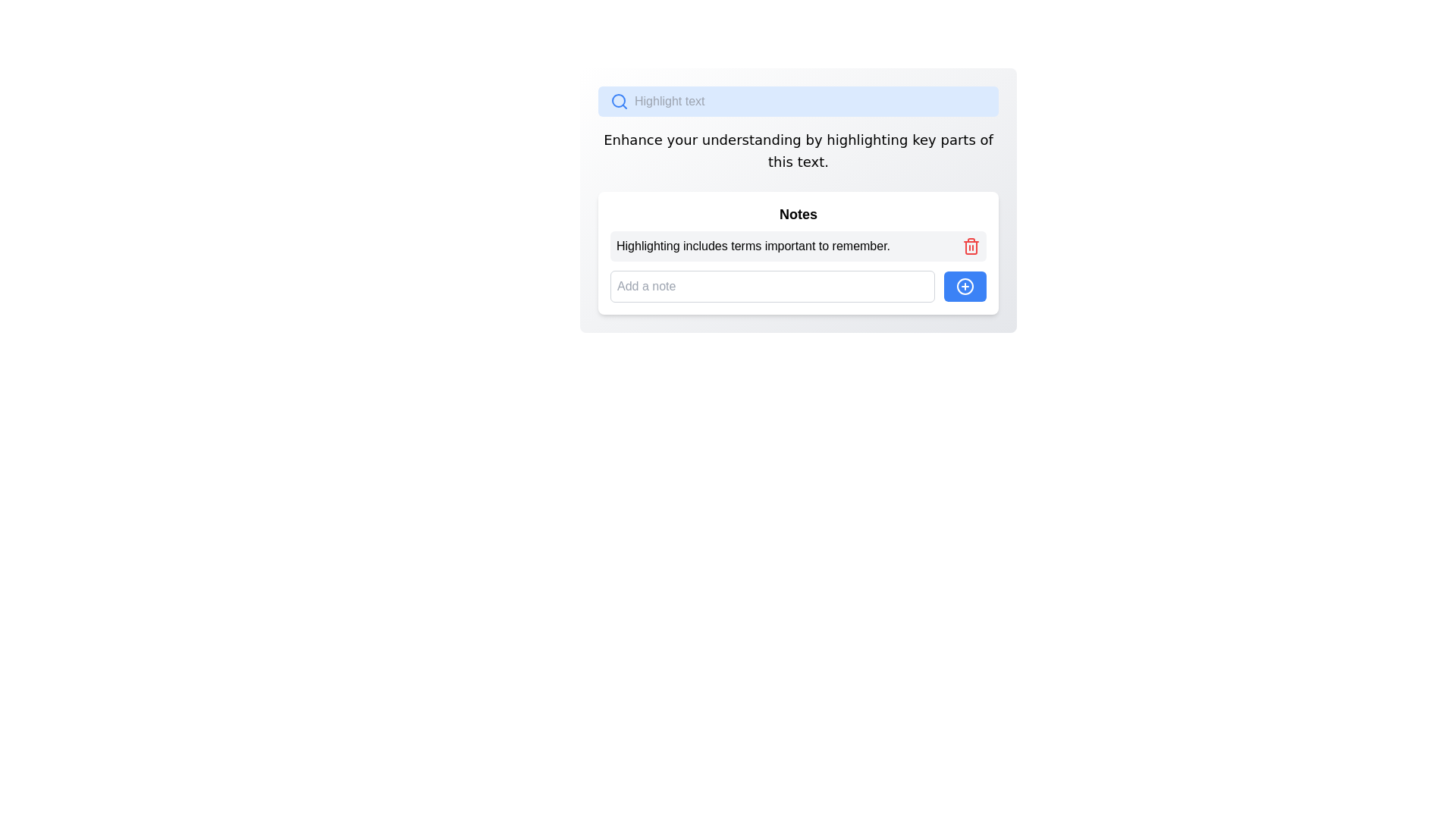 The width and height of the screenshot is (1456, 819). I want to click on the letter 'e' in the word 'key' located in the sentence 'Enhance your understanding by highlighting key parts of this text.', so click(923, 140).